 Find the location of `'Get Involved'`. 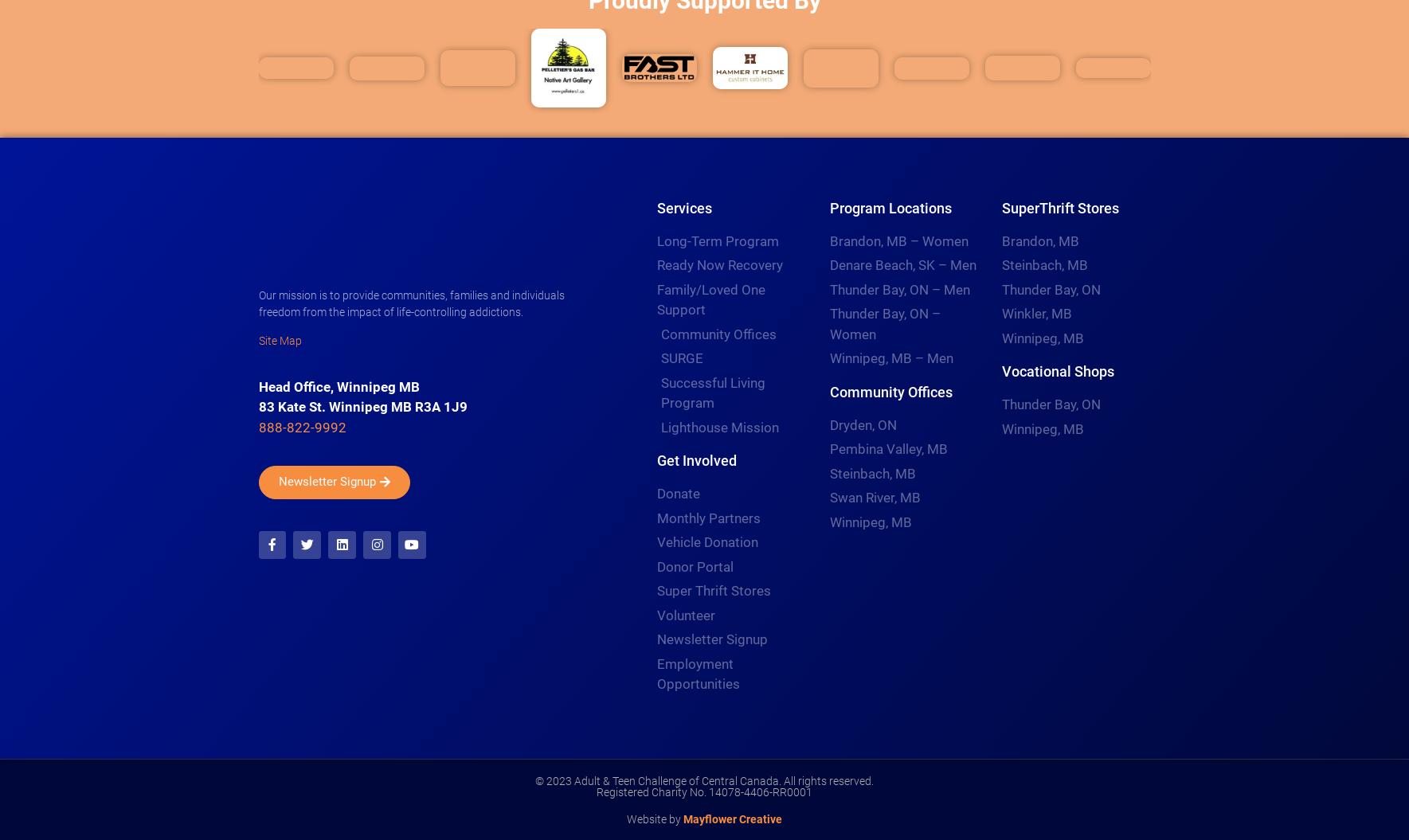

'Get Involved' is located at coordinates (695, 459).